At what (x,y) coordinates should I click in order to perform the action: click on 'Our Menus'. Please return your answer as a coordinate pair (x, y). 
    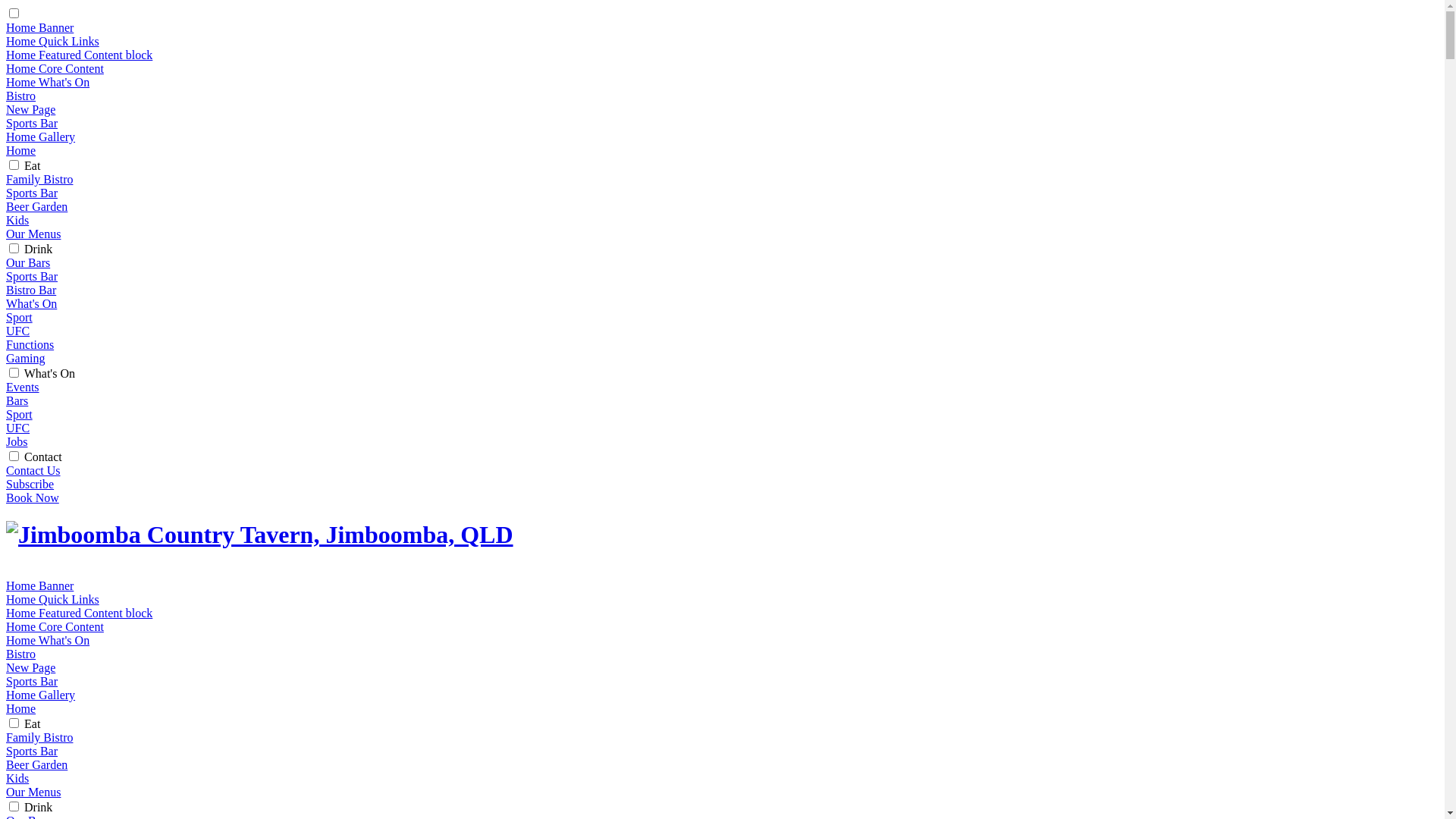
    Looking at the image, I should click on (33, 791).